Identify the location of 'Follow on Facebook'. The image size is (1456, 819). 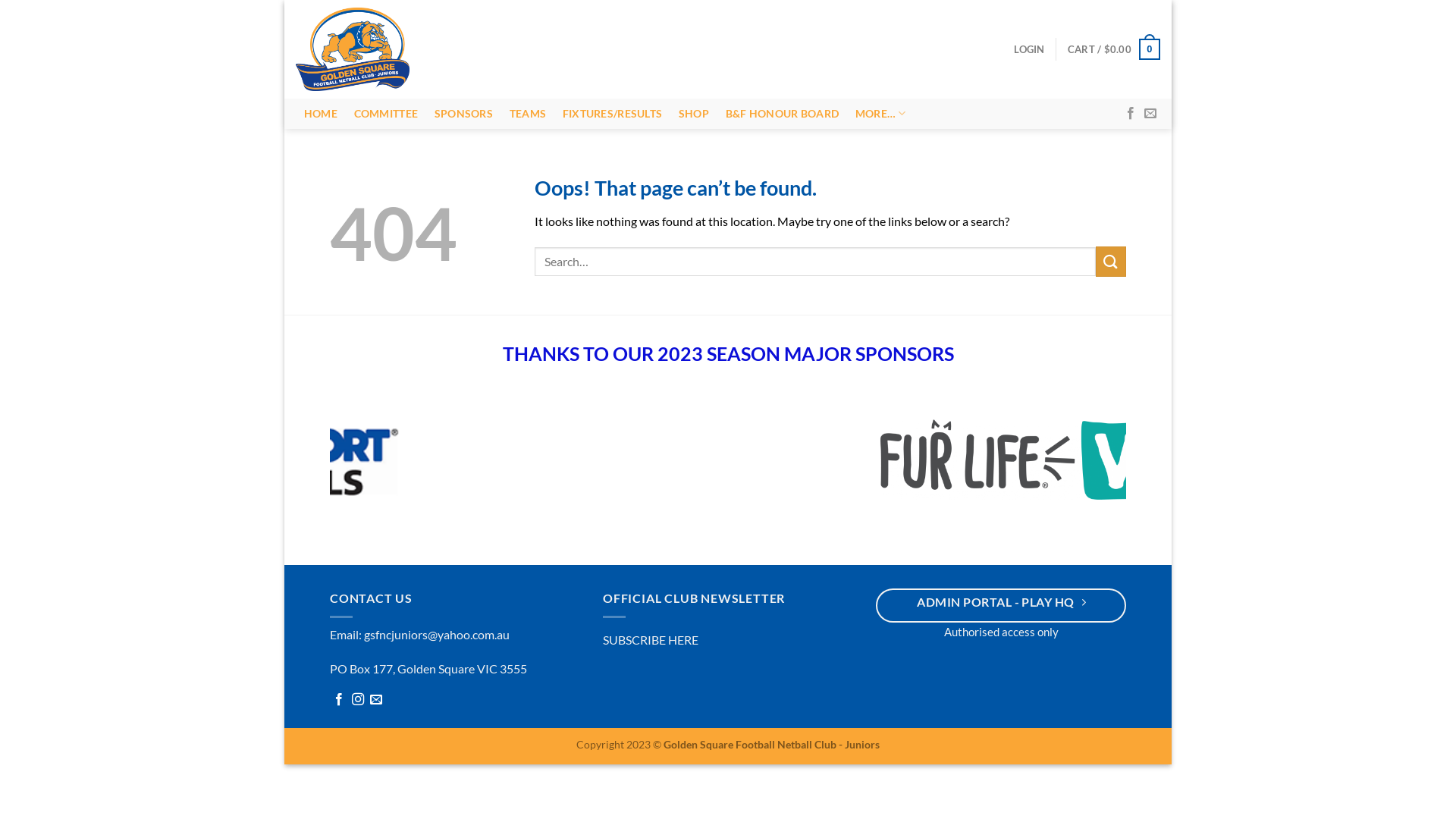
(337, 704).